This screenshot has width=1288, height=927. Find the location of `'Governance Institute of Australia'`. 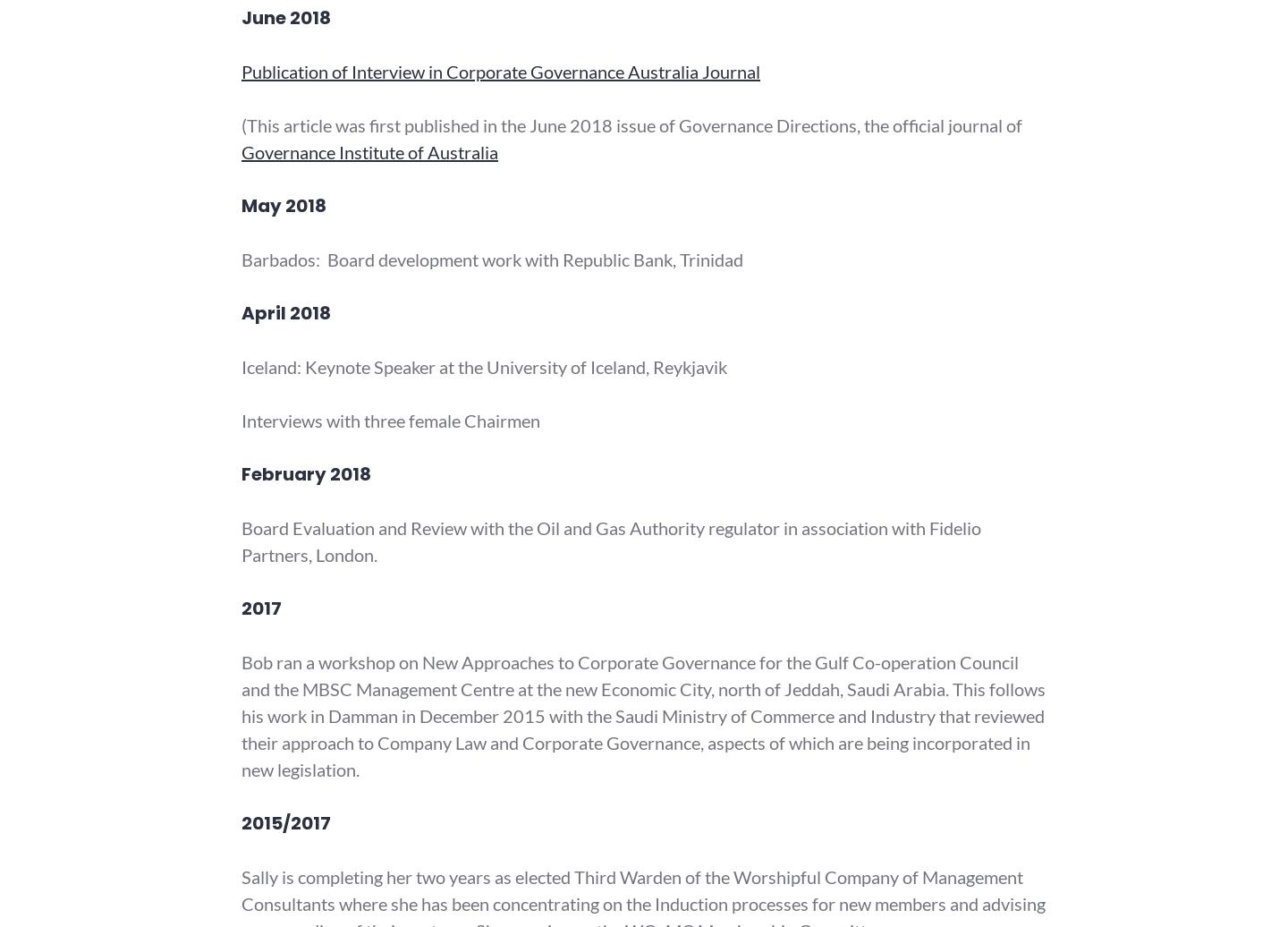

'Governance Institute of Australia' is located at coordinates (241, 152).